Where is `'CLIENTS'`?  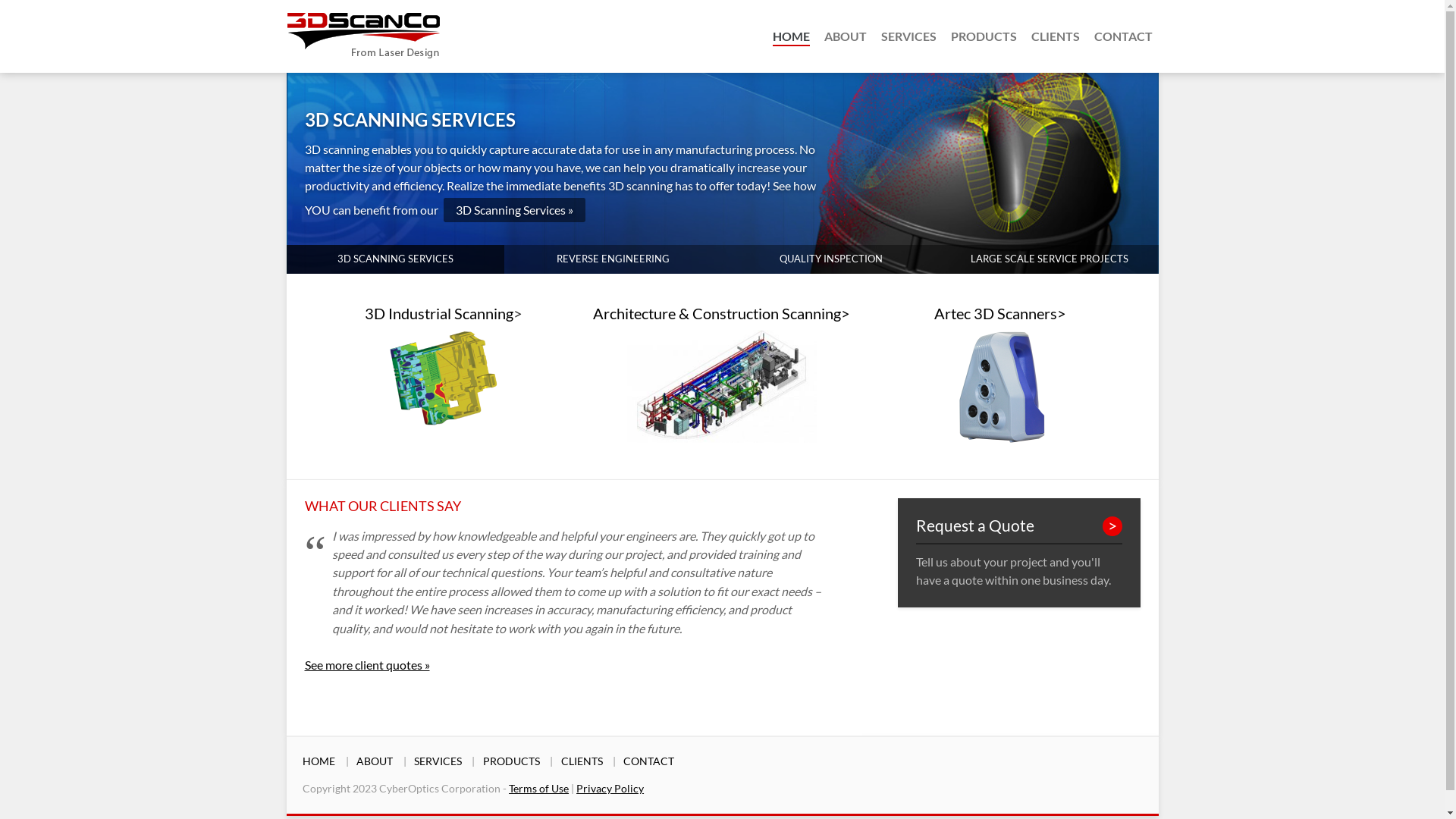 'CLIENTS' is located at coordinates (1055, 35).